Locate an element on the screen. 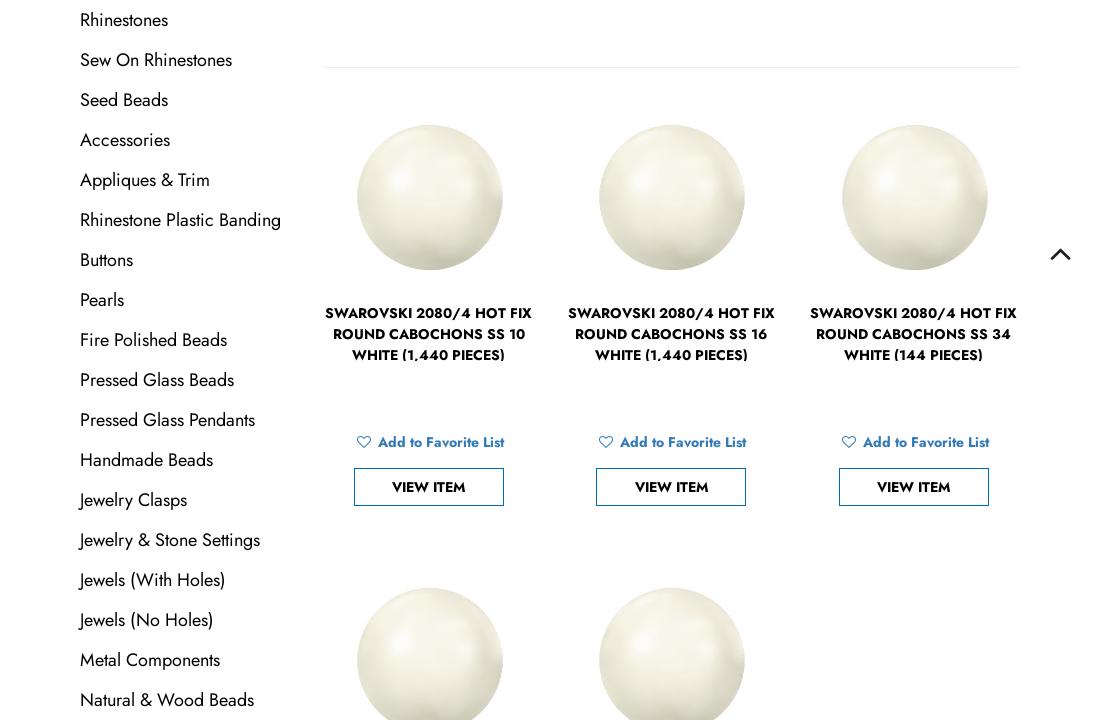 The height and width of the screenshot is (720, 1100). 'Sew On Rhinestones' is located at coordinates (154, 58).